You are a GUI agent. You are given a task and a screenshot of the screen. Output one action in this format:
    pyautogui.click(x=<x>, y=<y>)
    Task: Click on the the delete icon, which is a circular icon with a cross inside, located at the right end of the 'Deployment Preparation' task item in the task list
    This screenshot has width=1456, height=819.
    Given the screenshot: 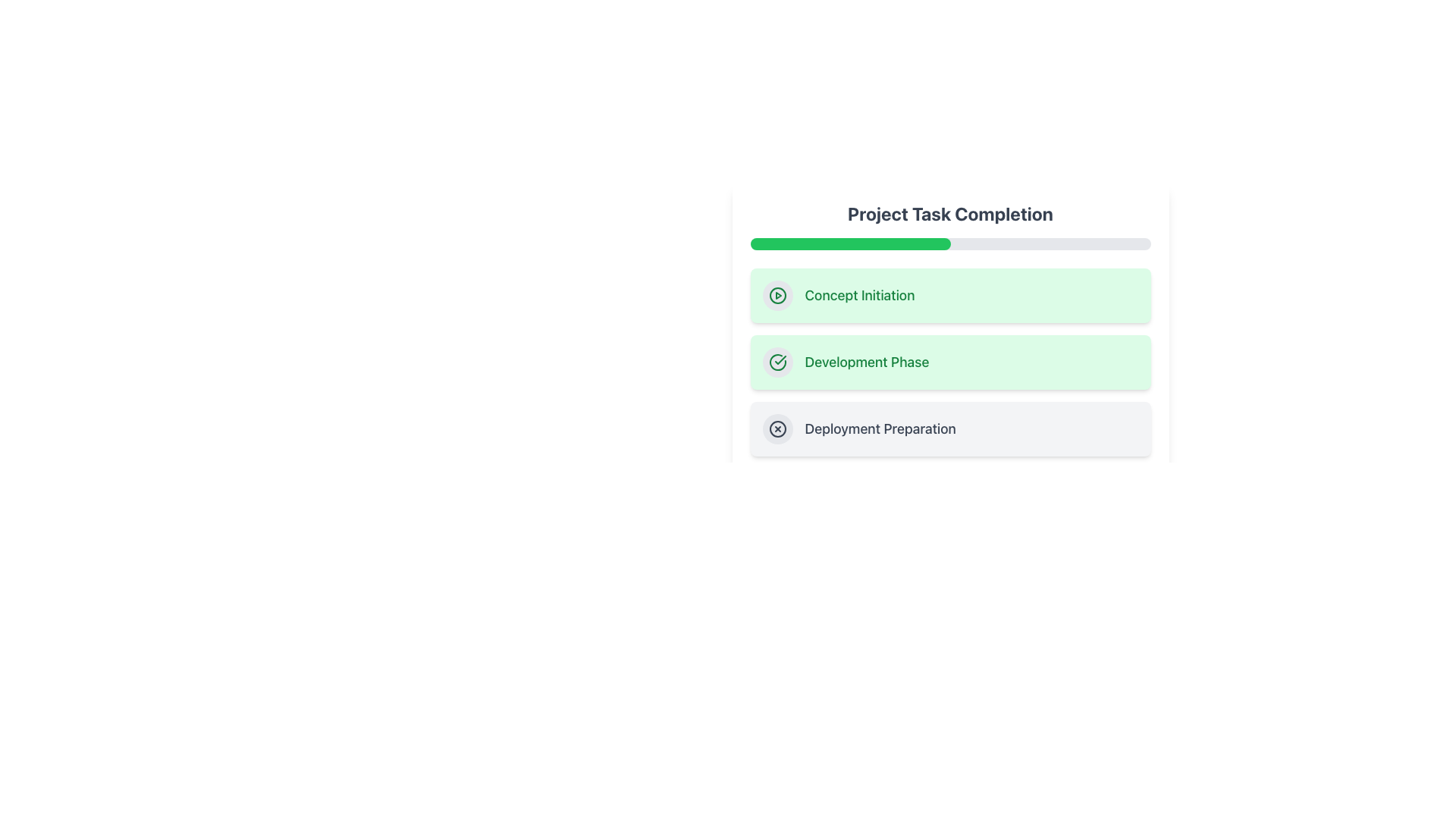 What is the action you would take?
    pyautogui.click(x=777, y=429)
    